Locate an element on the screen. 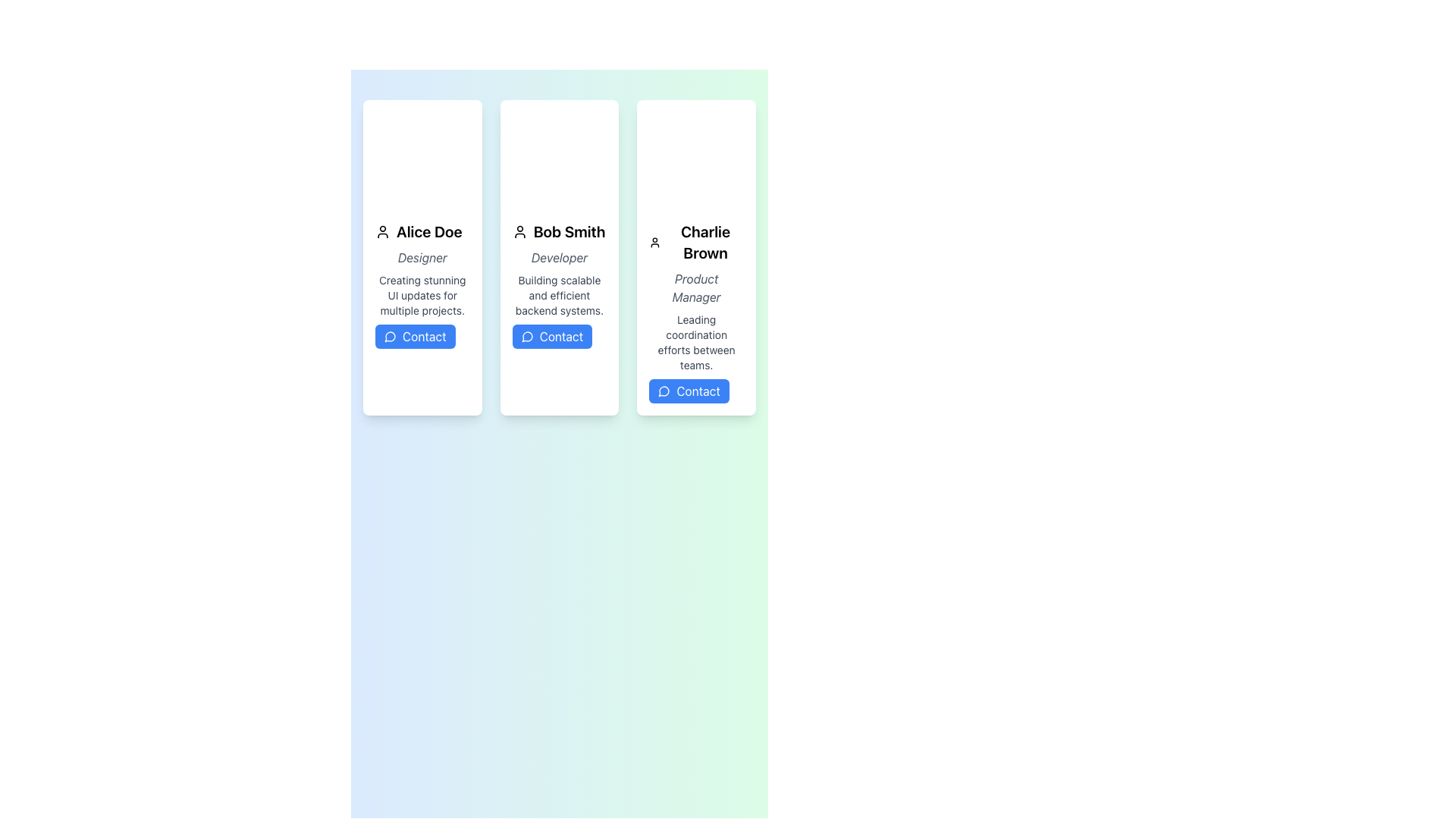 The width and height of the screenshot is (1456, 819). the 'Contact' button which includes a speech bubble icon on the left side of the button's text is located at coordinates (664, 391).